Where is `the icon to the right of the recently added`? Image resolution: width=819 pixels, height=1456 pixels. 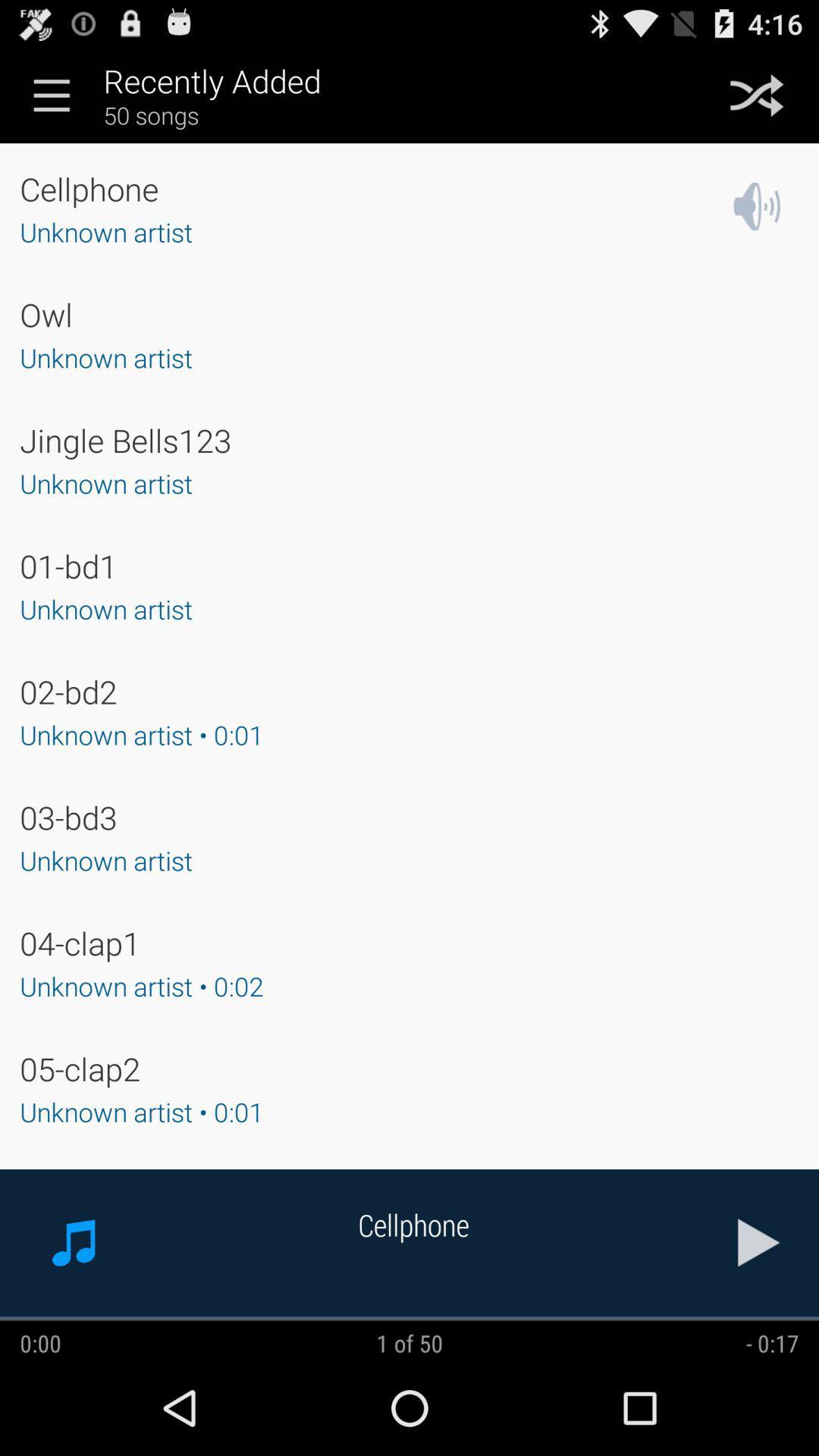 the icon to the right of the recently added is located at coordinates (757, 94).